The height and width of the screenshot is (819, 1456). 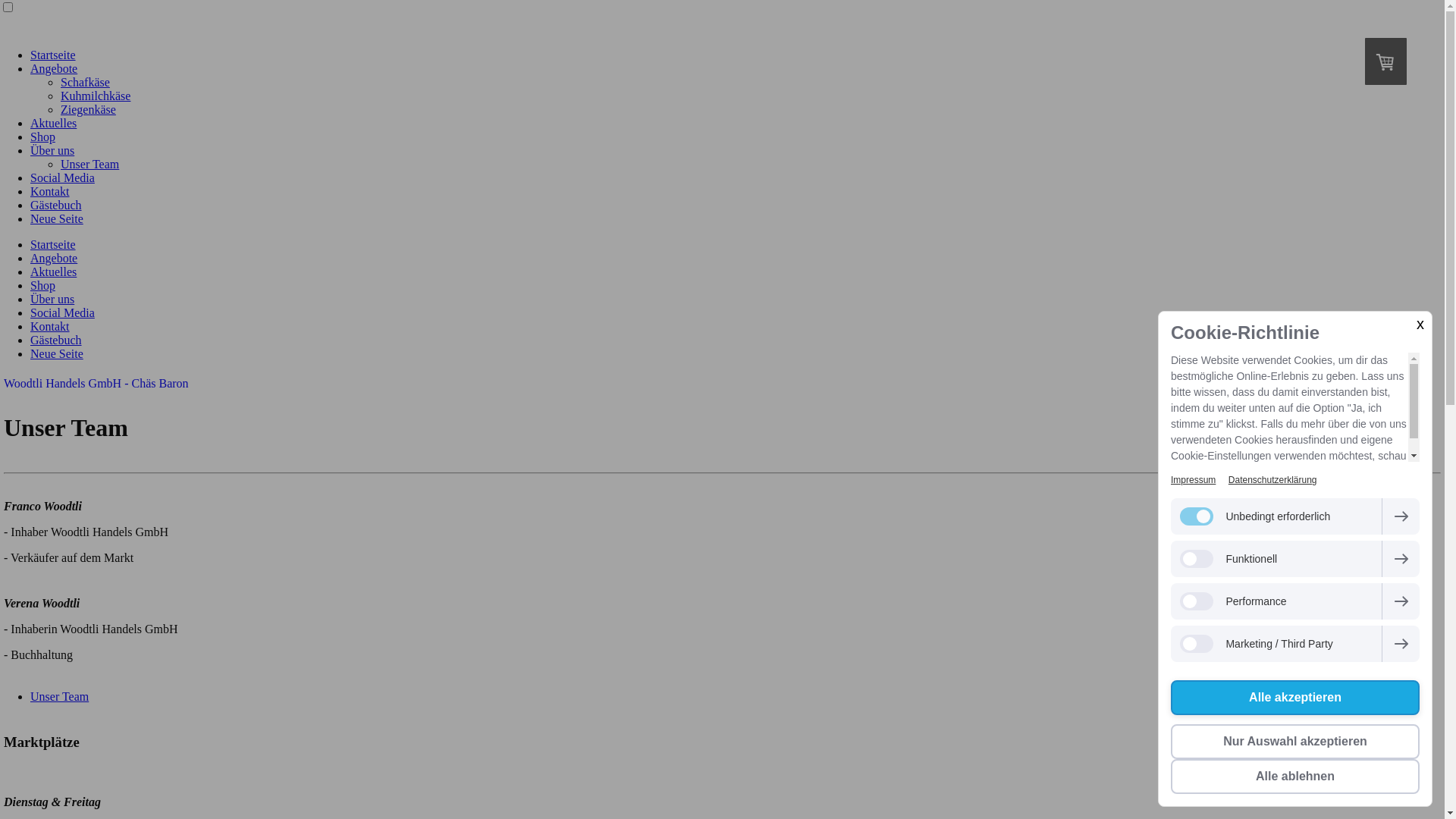 What do you see at coordinates (53, 122) in the screenshot?
I see `'Aktuelles'` at bounding box center [53, 122].